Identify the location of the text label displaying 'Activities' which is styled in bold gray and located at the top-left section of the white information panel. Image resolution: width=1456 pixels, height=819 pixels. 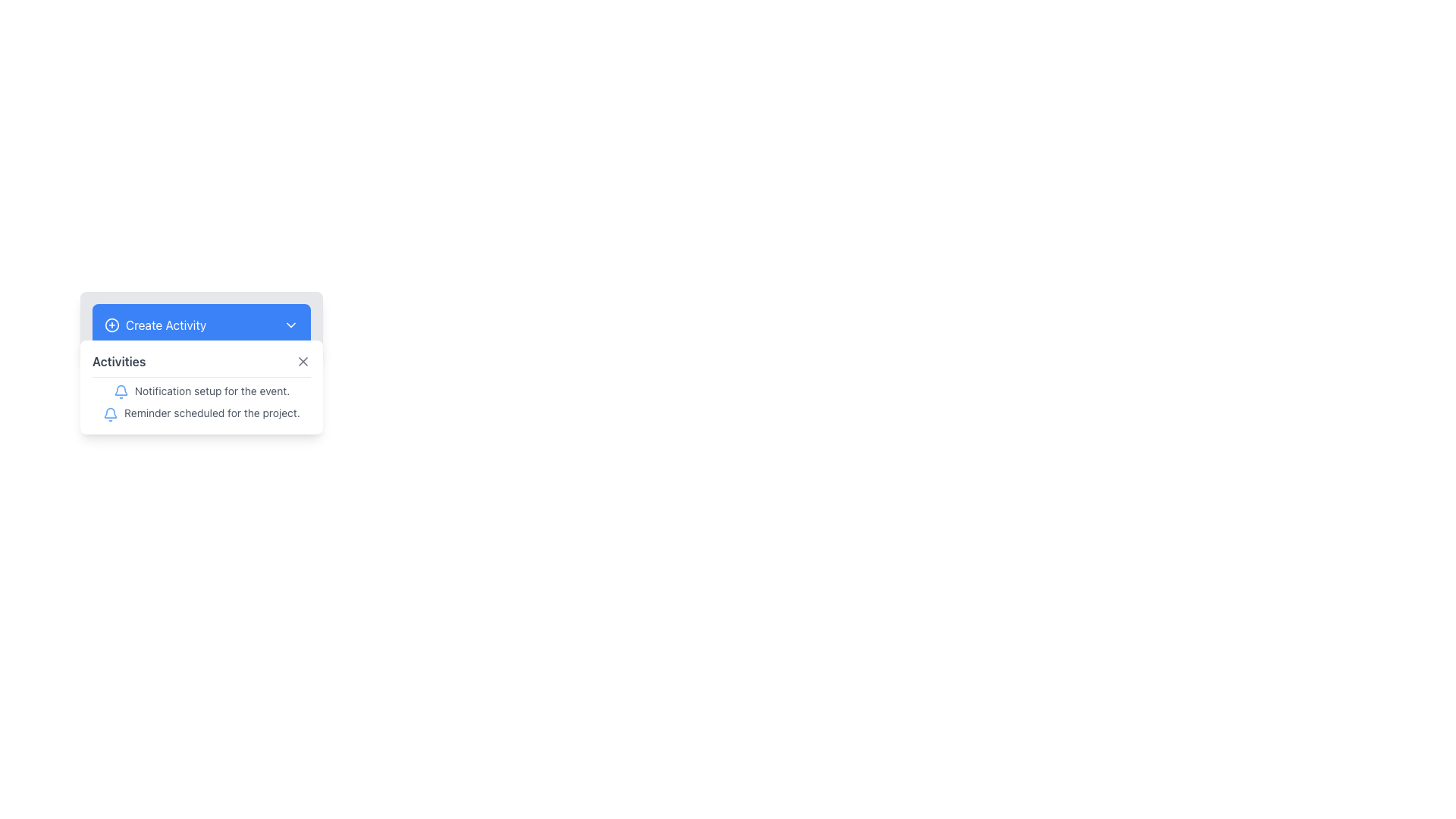
(118, 362).